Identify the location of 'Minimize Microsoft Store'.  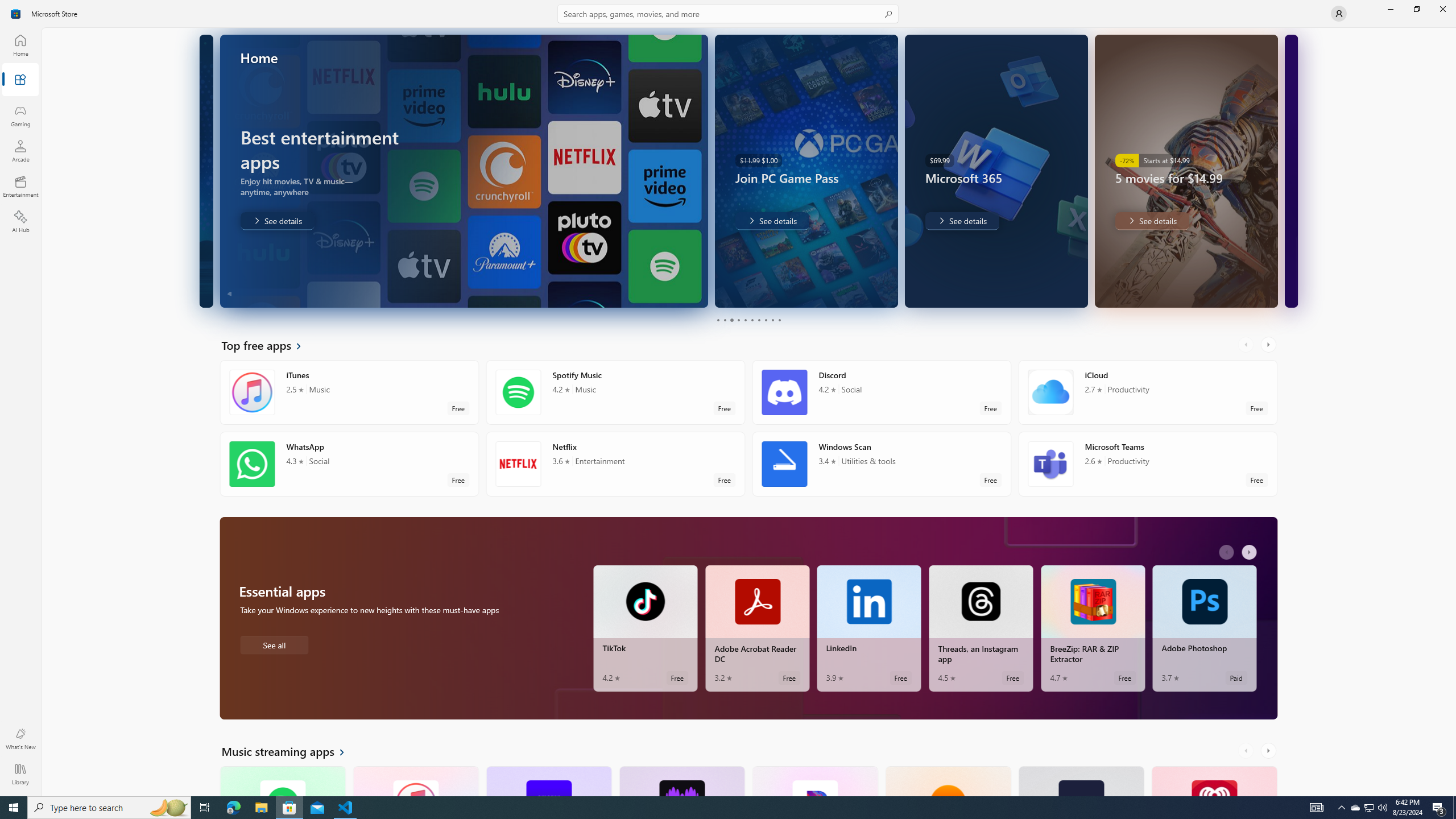
(1389, 9).